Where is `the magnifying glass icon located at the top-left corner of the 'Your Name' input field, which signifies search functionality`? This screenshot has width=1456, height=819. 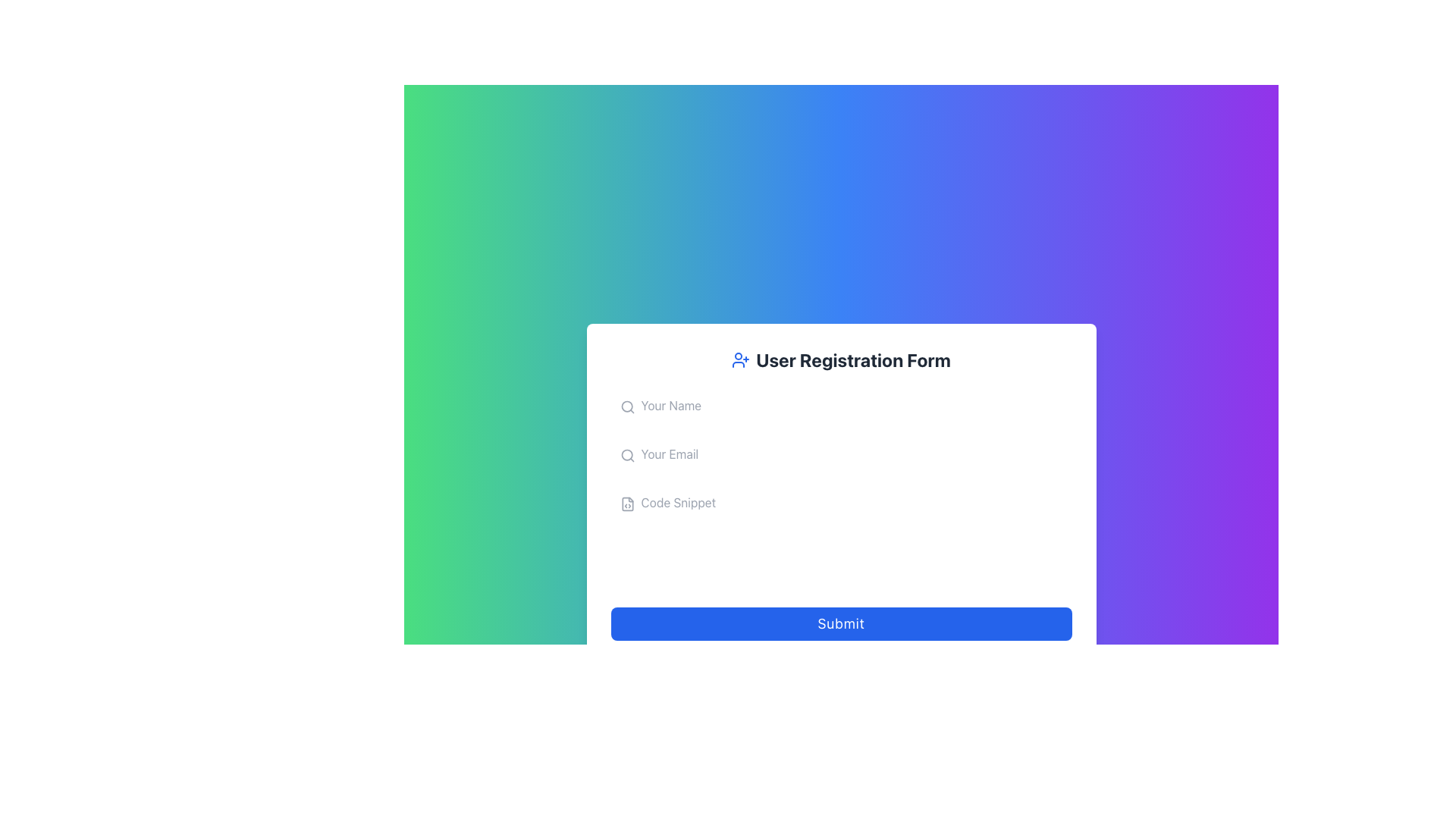 the magnifying glass icon located at the top-left corner of the 'Your Name' input field, which signifies search functionality is located at coordinates (627, 406).